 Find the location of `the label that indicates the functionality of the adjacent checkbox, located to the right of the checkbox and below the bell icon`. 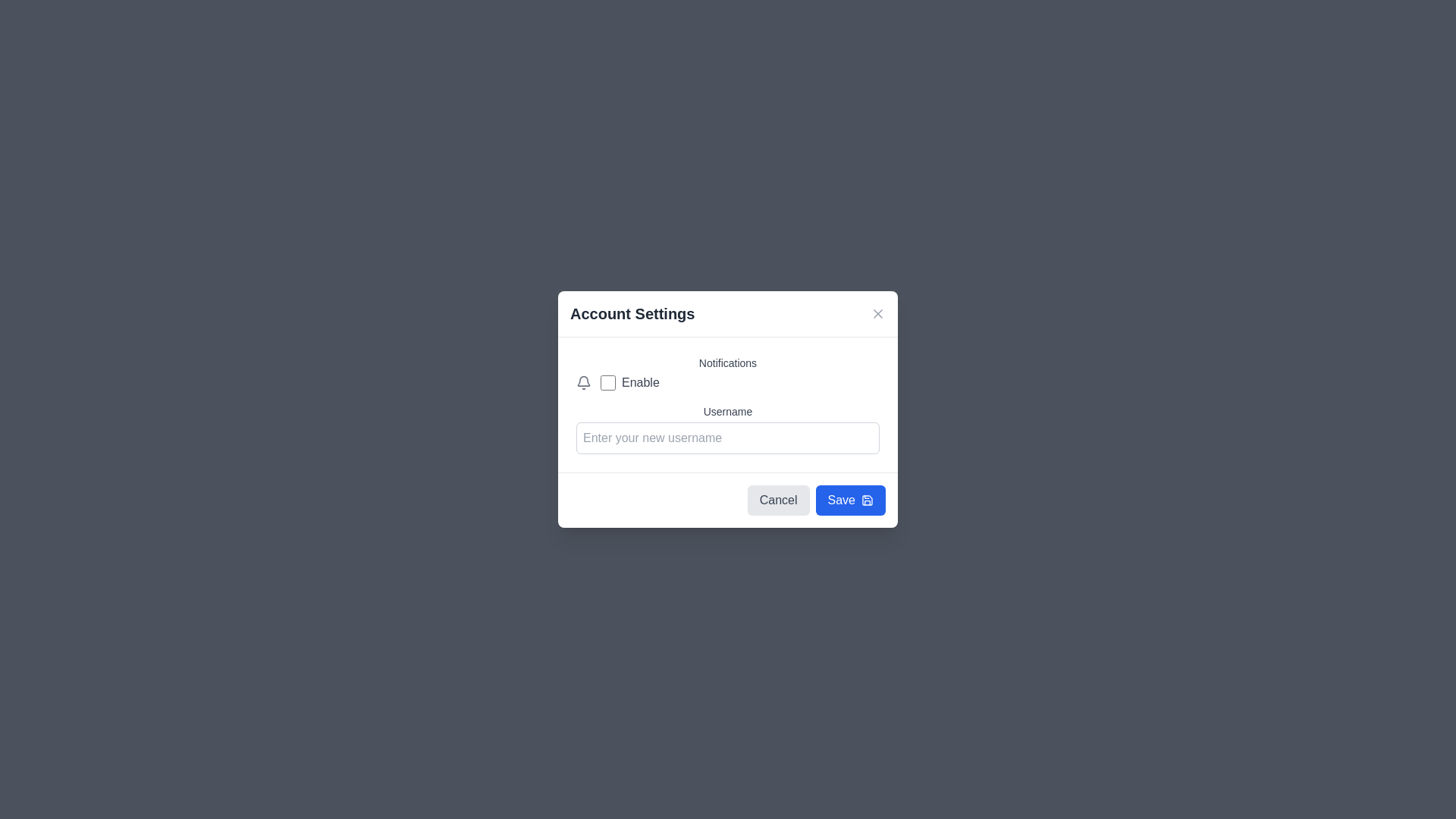

the label that indicates the functionality of the adjacent checkbox, located to the right of the checkbox and below the bell icon is located at coordinates (640, 382).